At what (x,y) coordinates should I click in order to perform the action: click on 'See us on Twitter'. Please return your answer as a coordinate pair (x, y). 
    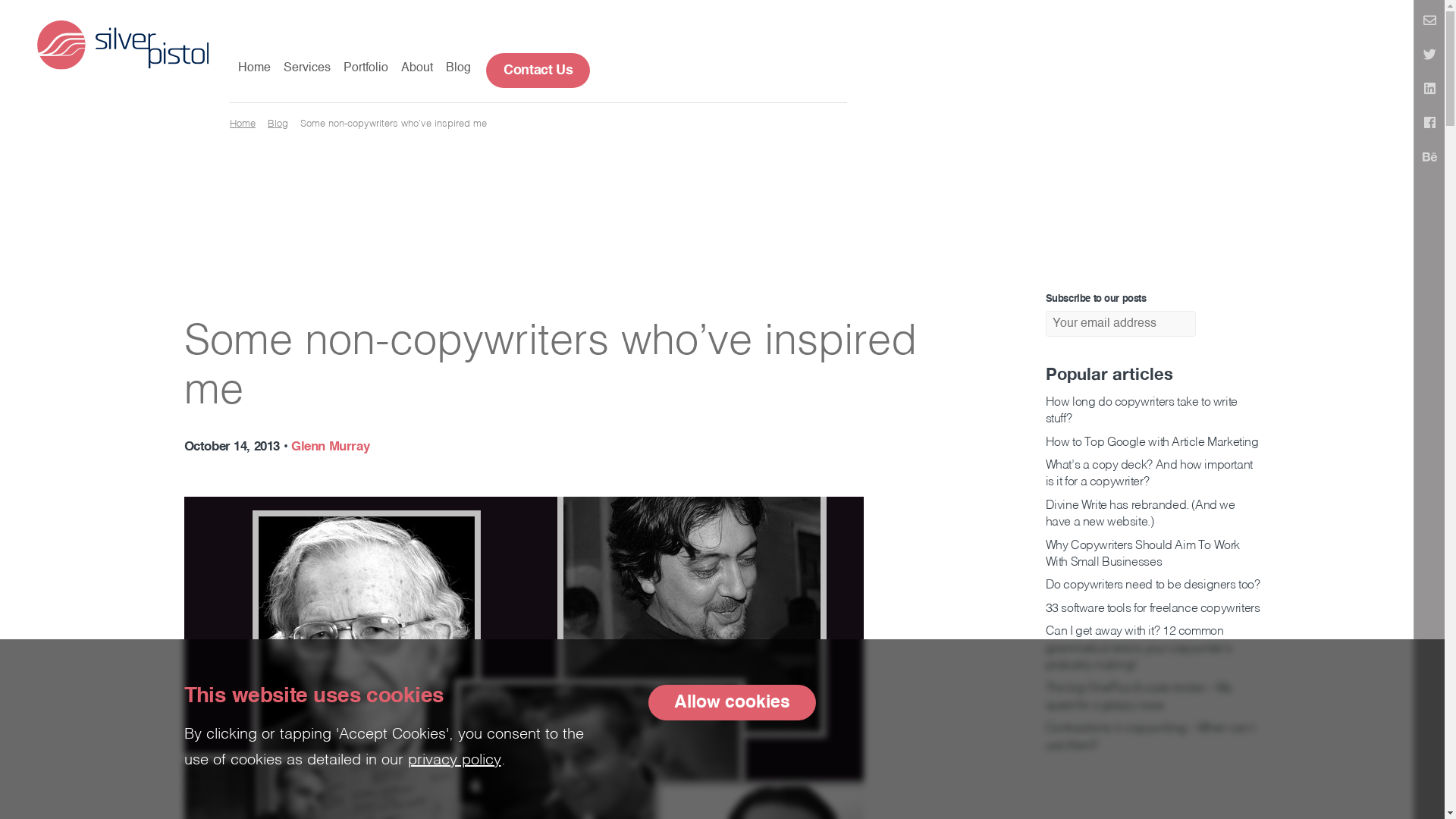
    Looking at the image, I should click on (1429, 55).